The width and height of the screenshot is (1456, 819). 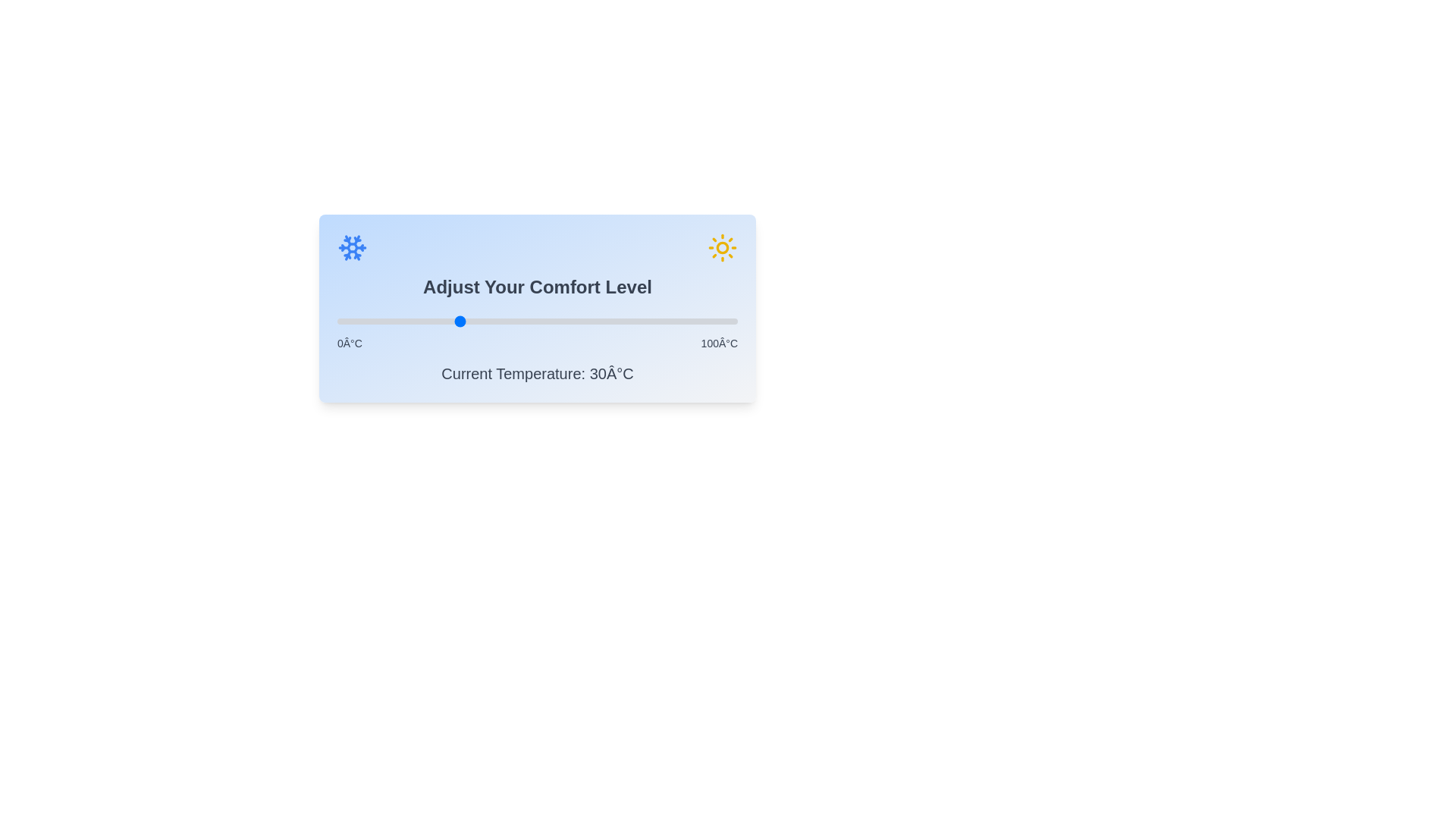 I want to click on the comfort level slider to set the temperature to 23 degrees Celsius, so click(x=428, y=321).